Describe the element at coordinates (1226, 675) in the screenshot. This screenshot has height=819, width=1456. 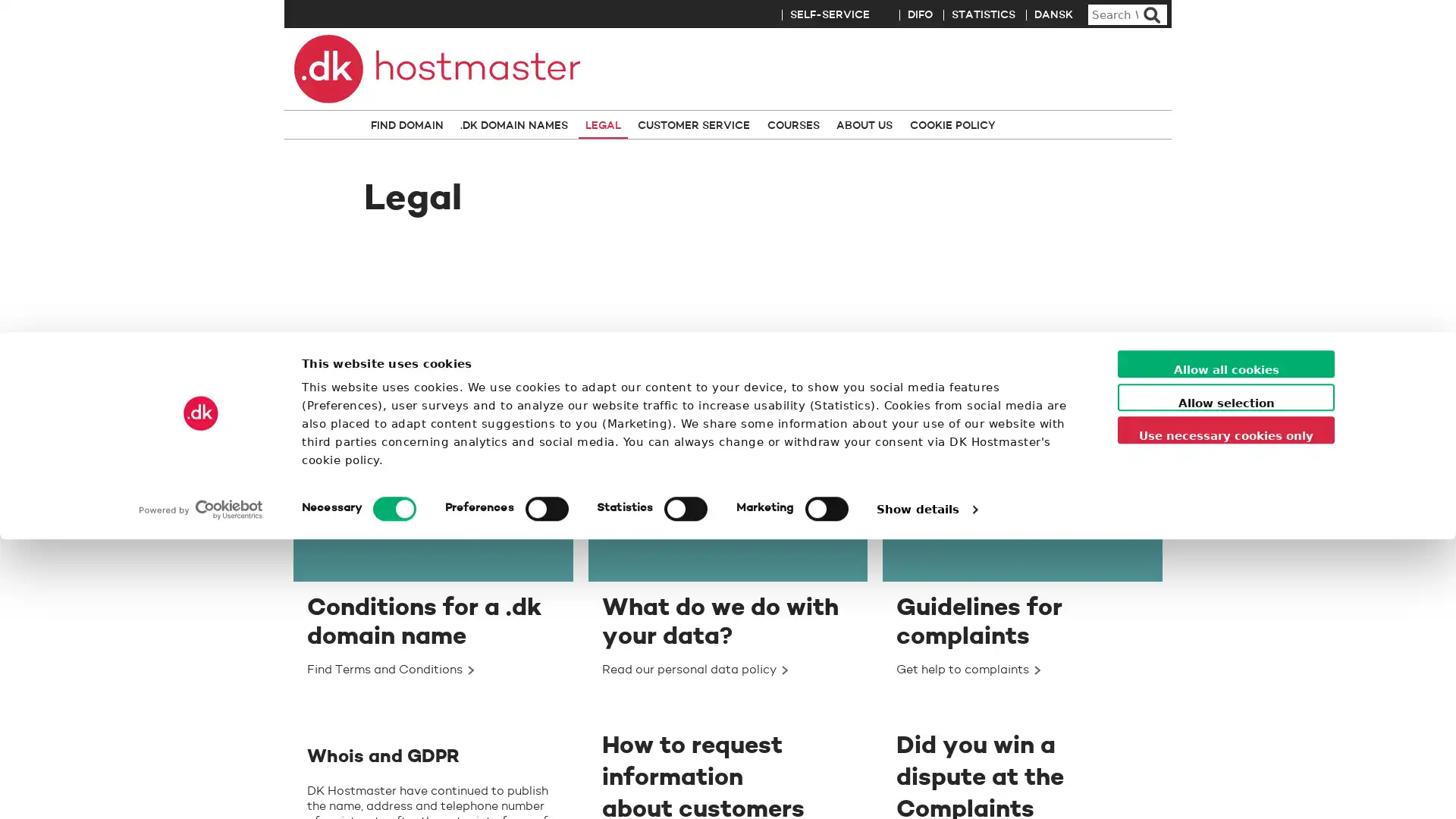
I see `Allow selection` at that location.